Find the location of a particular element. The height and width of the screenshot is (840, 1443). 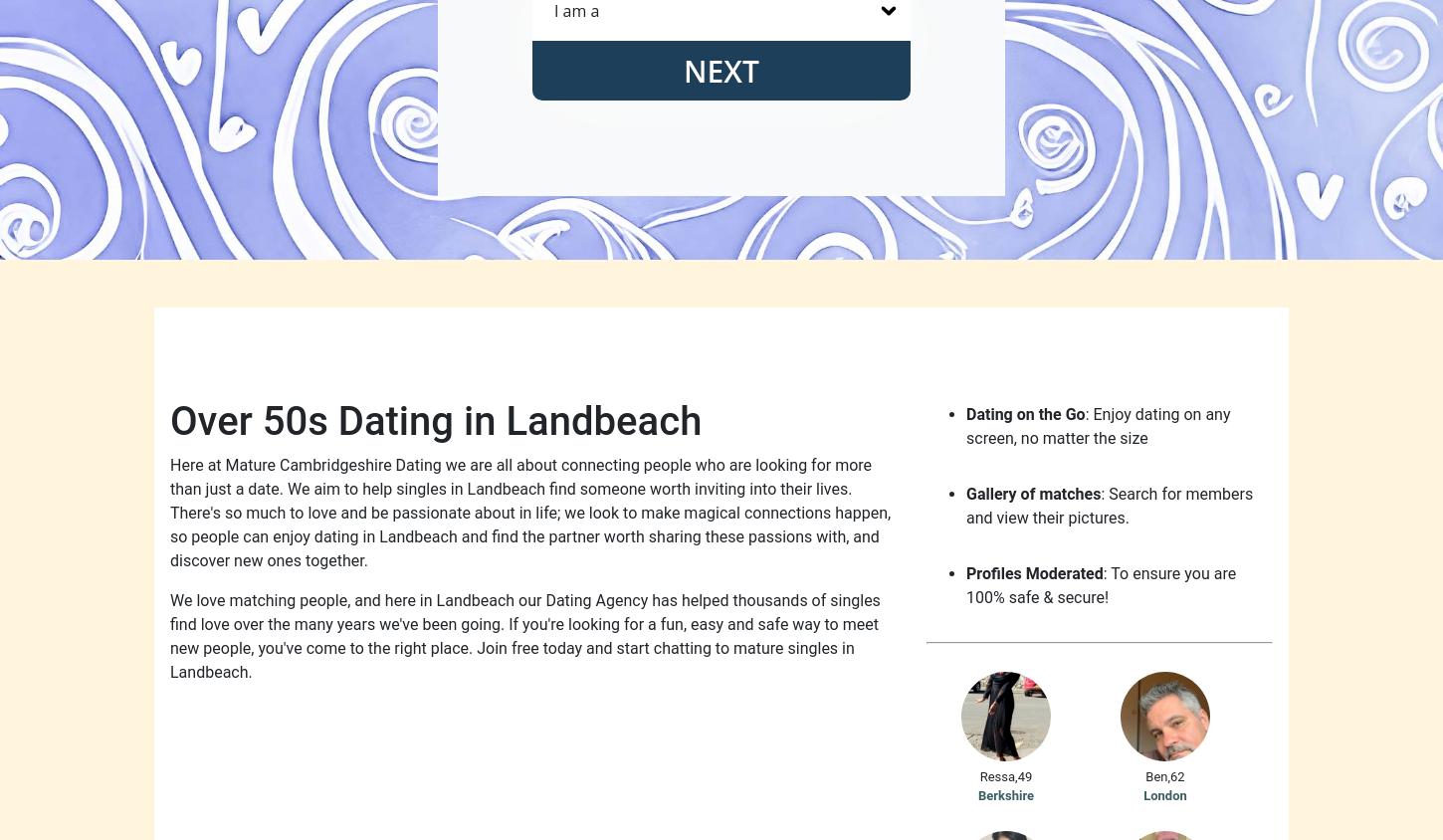

'Ressa' is located at coordinates (996, 775).